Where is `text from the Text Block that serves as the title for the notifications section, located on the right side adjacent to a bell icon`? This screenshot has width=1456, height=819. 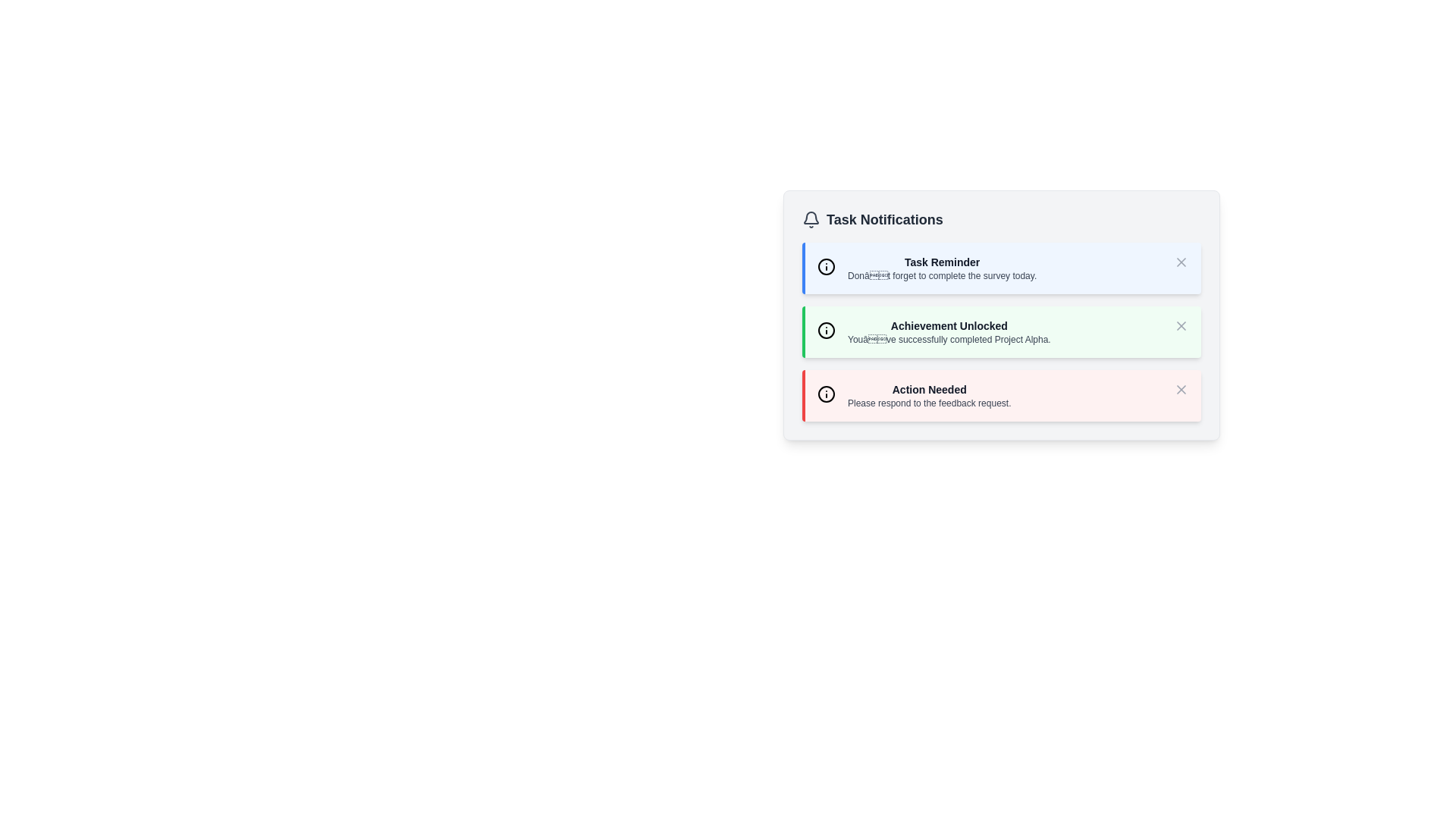
text from the Text Block that serves as the title for the notifications section, located on the right side adjacent to a bell icon is located at coordinates (884, 219).